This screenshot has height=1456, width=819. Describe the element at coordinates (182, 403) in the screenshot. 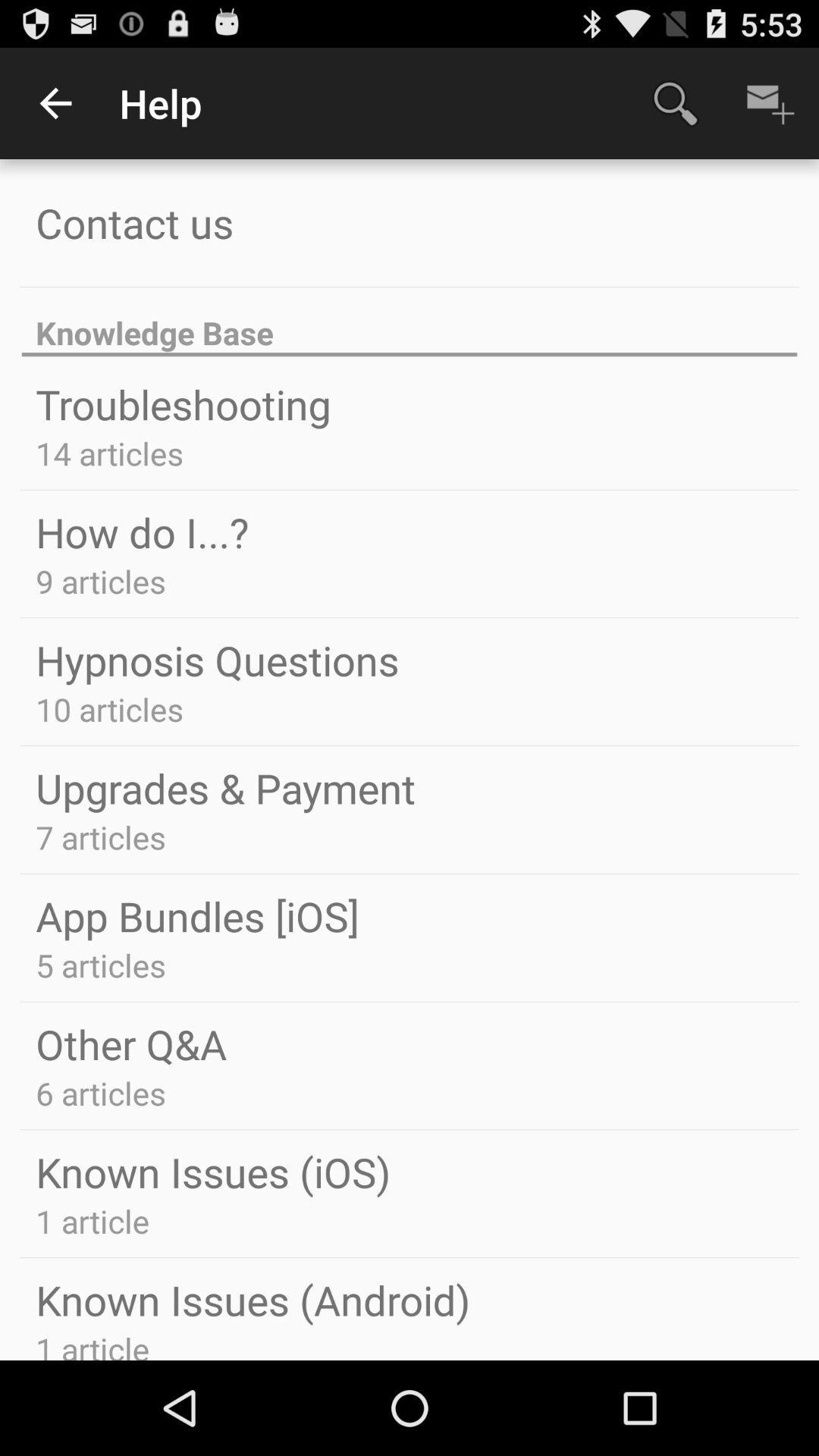

I see `troubleshooting` at that location.